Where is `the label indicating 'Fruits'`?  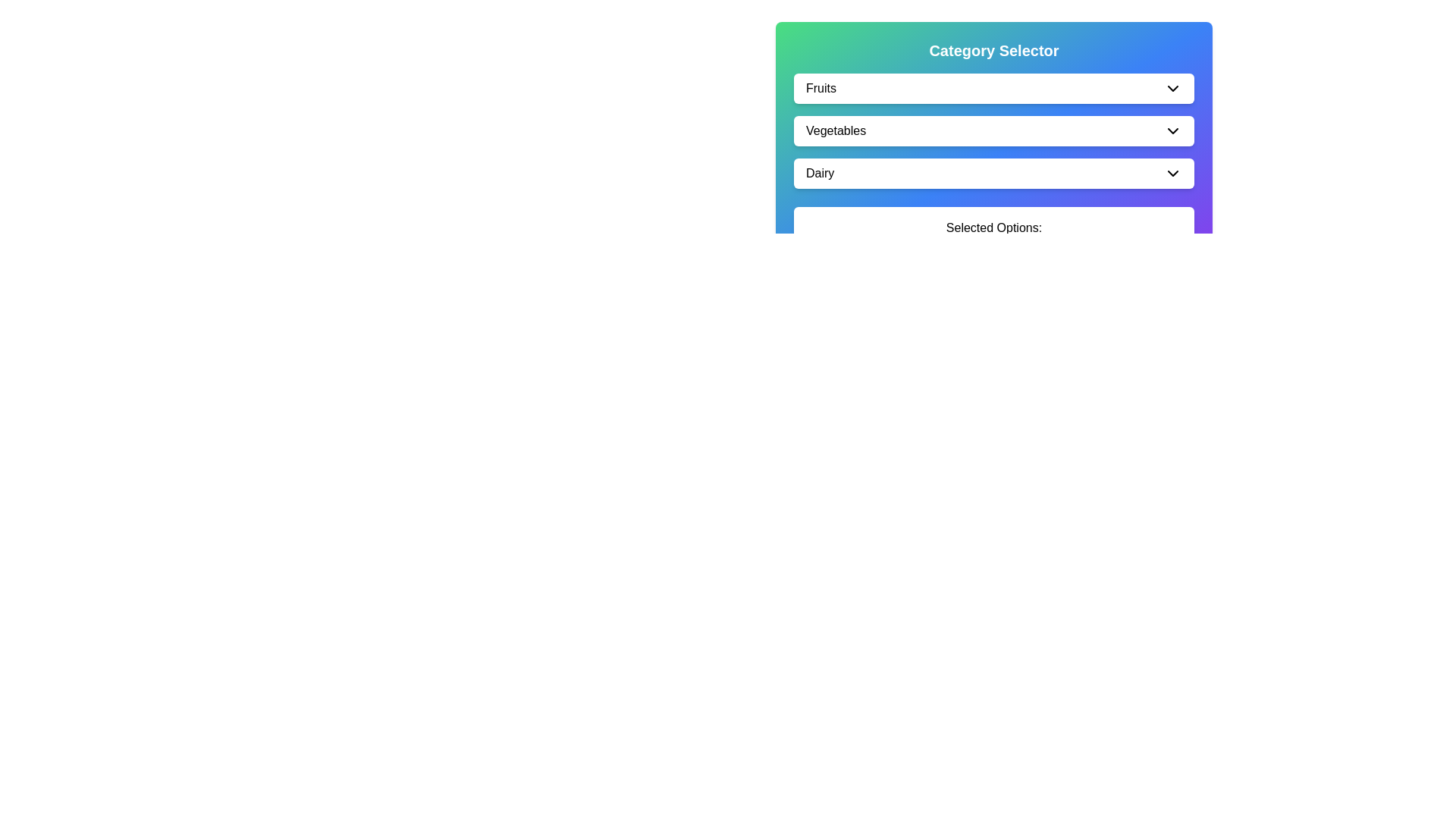 the label indicating 'Fruits' is located at coordinates (821, 88).